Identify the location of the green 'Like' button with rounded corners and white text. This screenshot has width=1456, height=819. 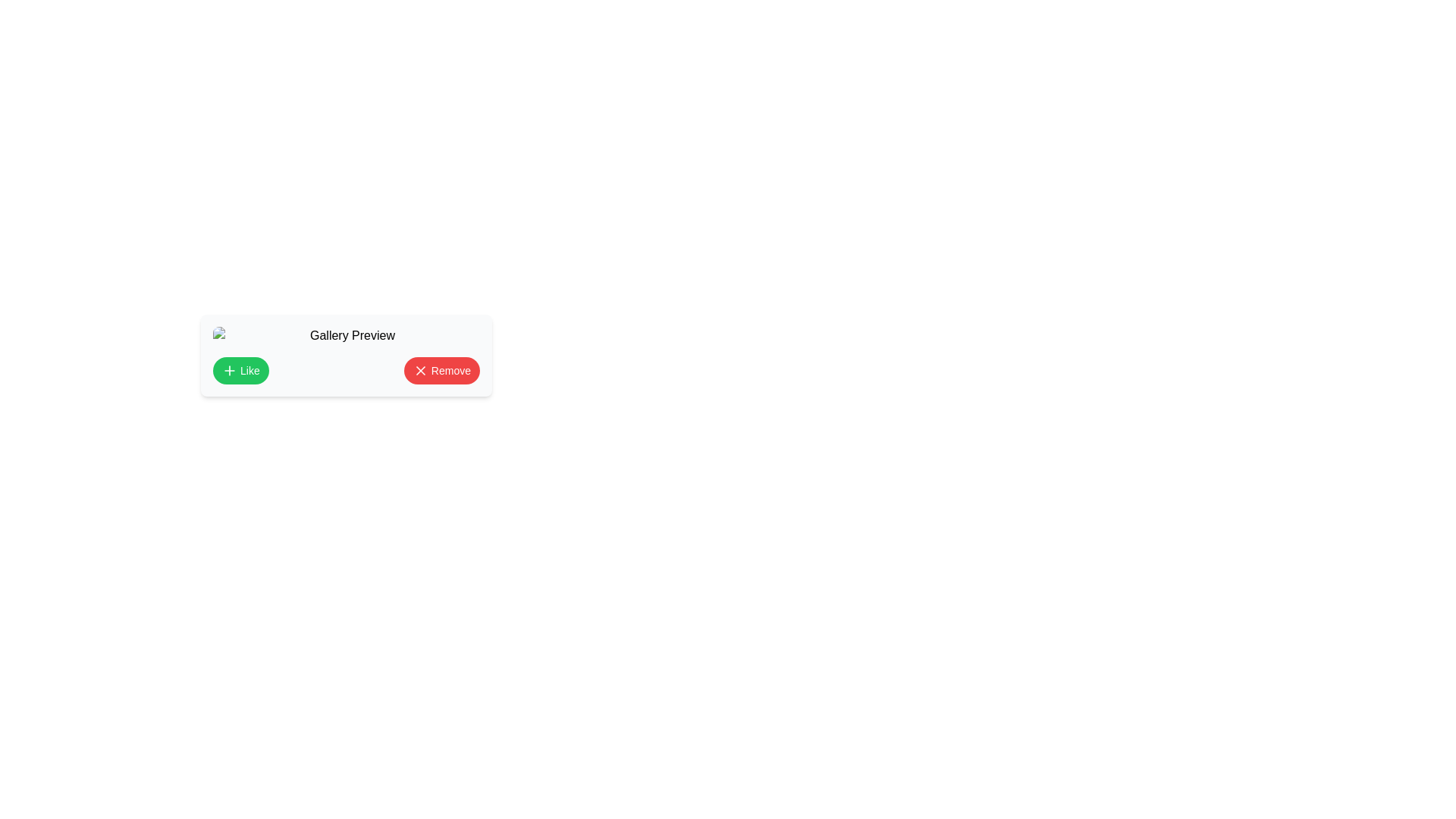
(240, 371).